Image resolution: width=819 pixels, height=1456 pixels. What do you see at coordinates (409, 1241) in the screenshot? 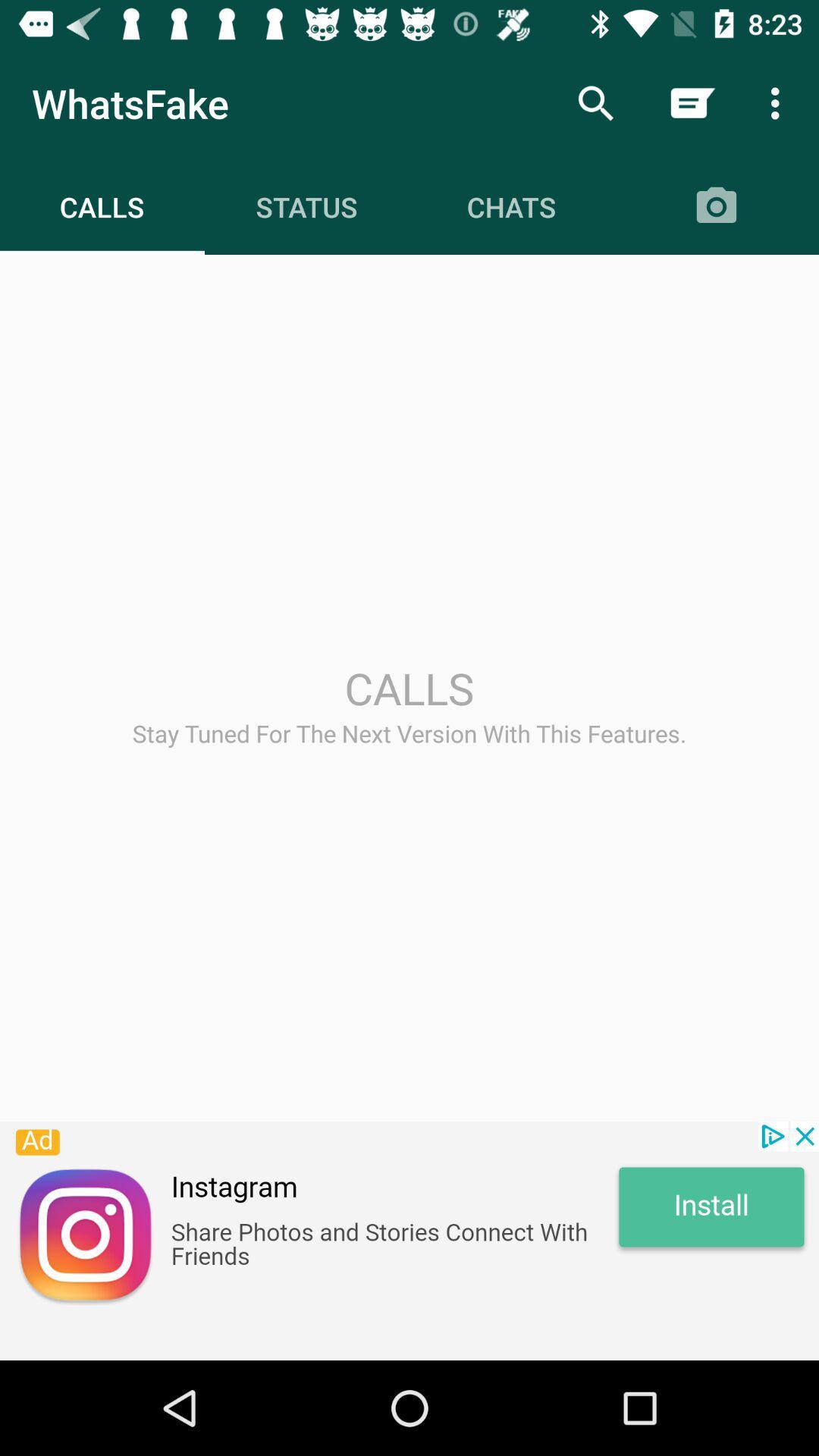
I see `share the article` at bounding box center [409, 1241].